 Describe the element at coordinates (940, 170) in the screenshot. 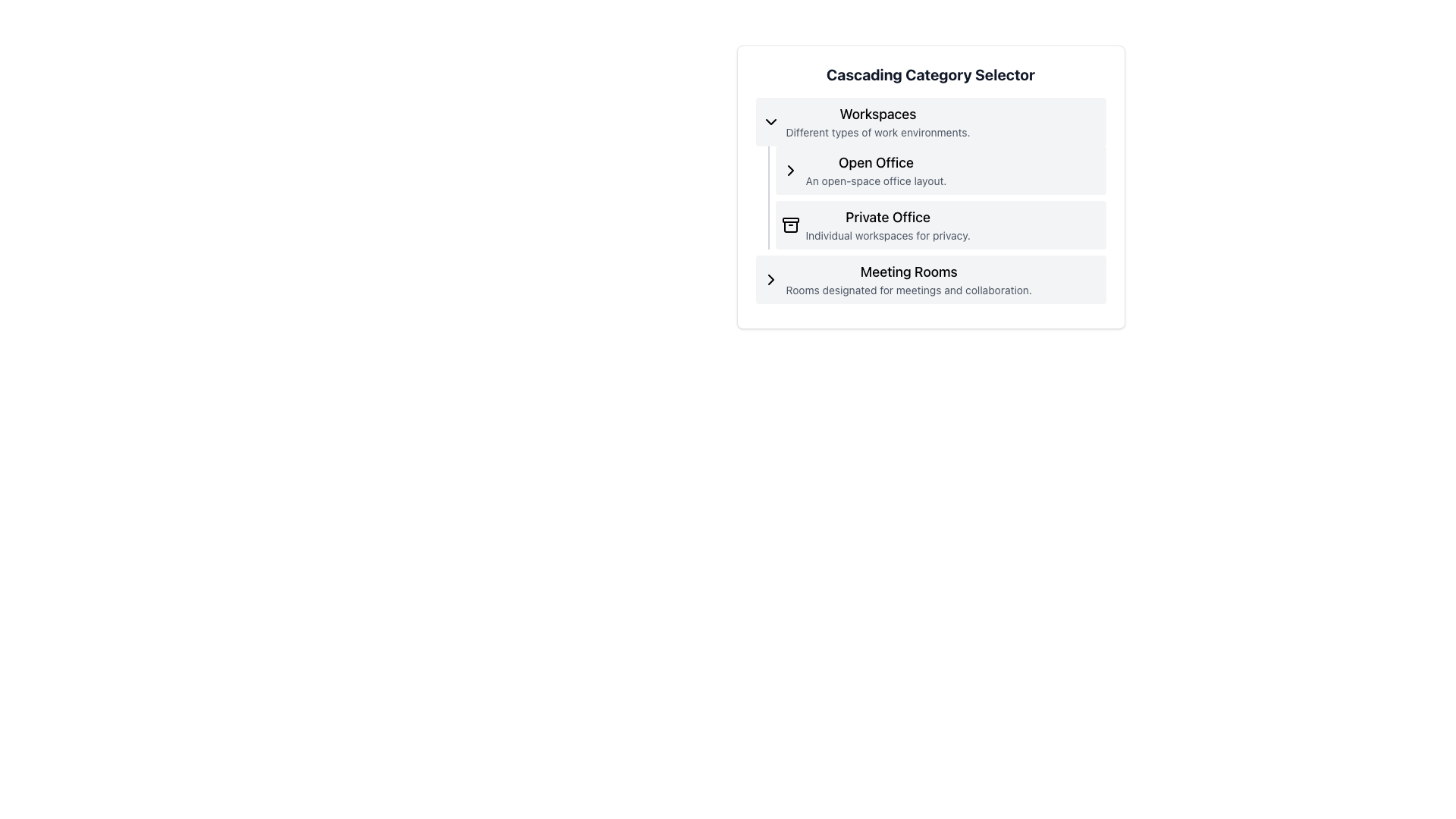

I see `the 'Open Office' option card located within the 'Workspaces' group` at that location.